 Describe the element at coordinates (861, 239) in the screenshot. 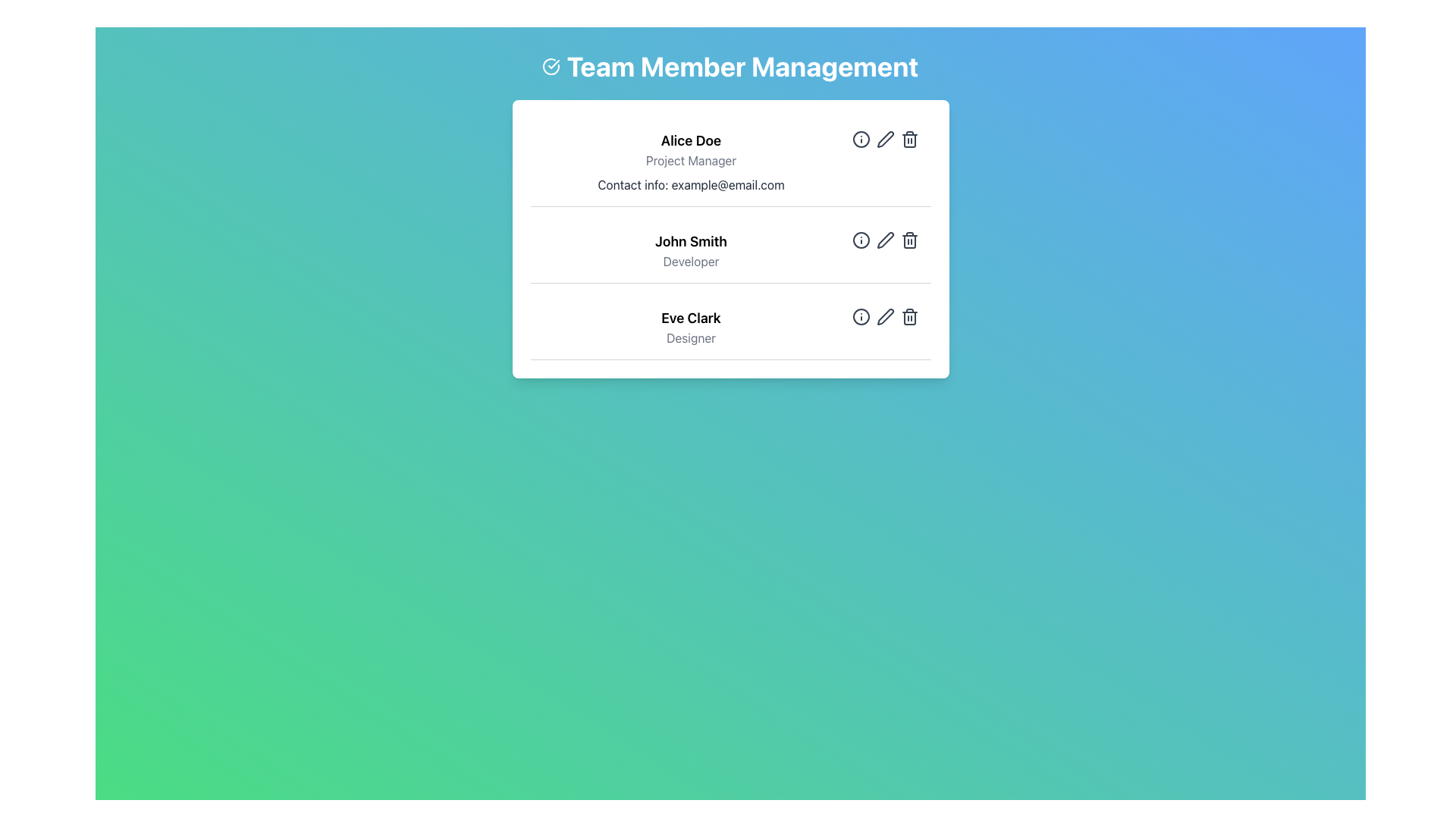

I see `the circular element within the SVG graphic that indicates additional information, located next to 'John Smith' in the second row` at that location.